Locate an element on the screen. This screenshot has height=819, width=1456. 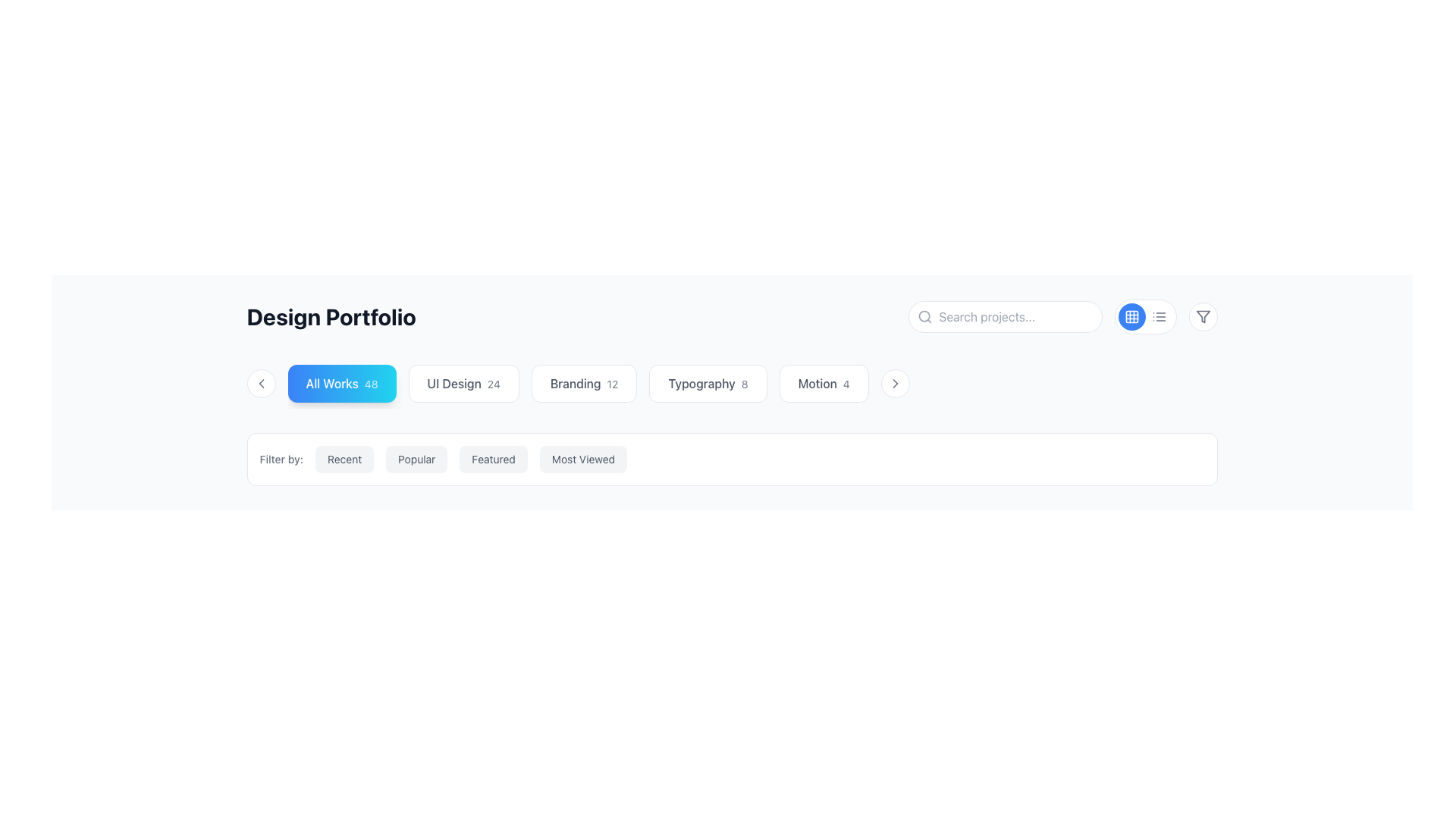
the third interactive clickable tag in the horizontal scrollable bar, located centrally beneath the title 'Design Portfolio', to filter by this category is located at coordinates (577, 382).